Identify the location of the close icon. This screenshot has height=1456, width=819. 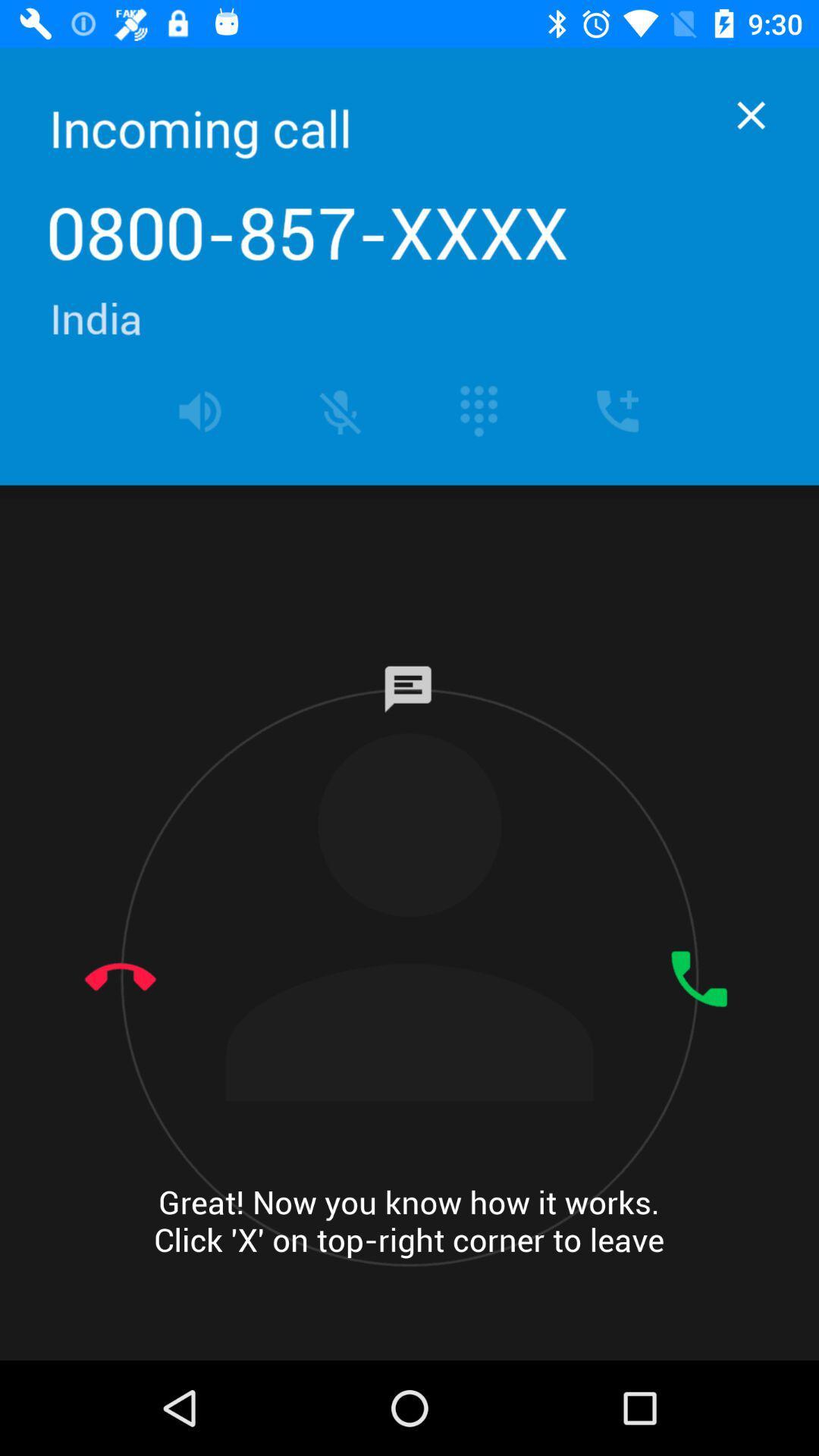
(751, 115).